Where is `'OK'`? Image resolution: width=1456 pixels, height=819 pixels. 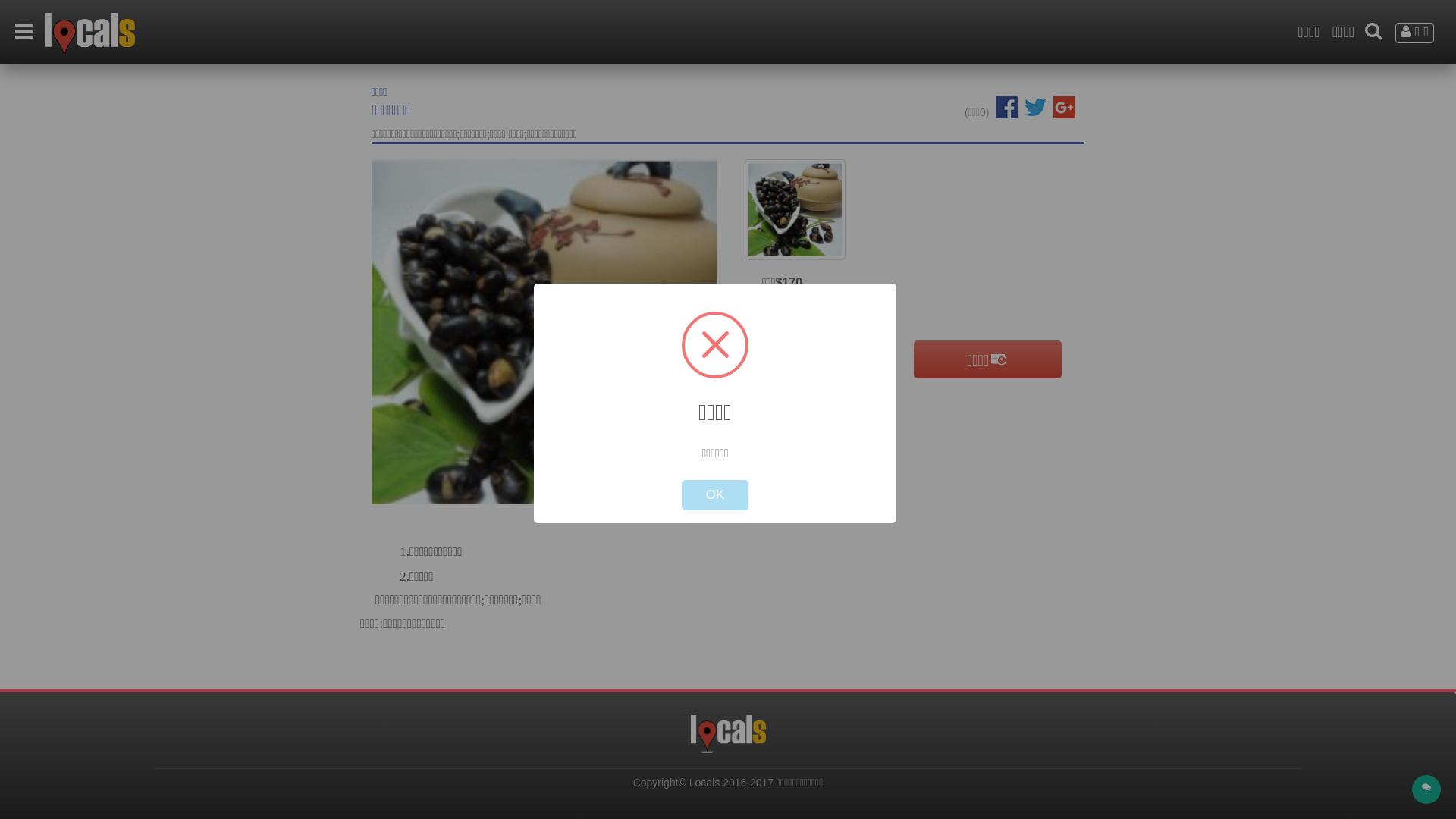
'OK' is located at coordinates (714, 494).